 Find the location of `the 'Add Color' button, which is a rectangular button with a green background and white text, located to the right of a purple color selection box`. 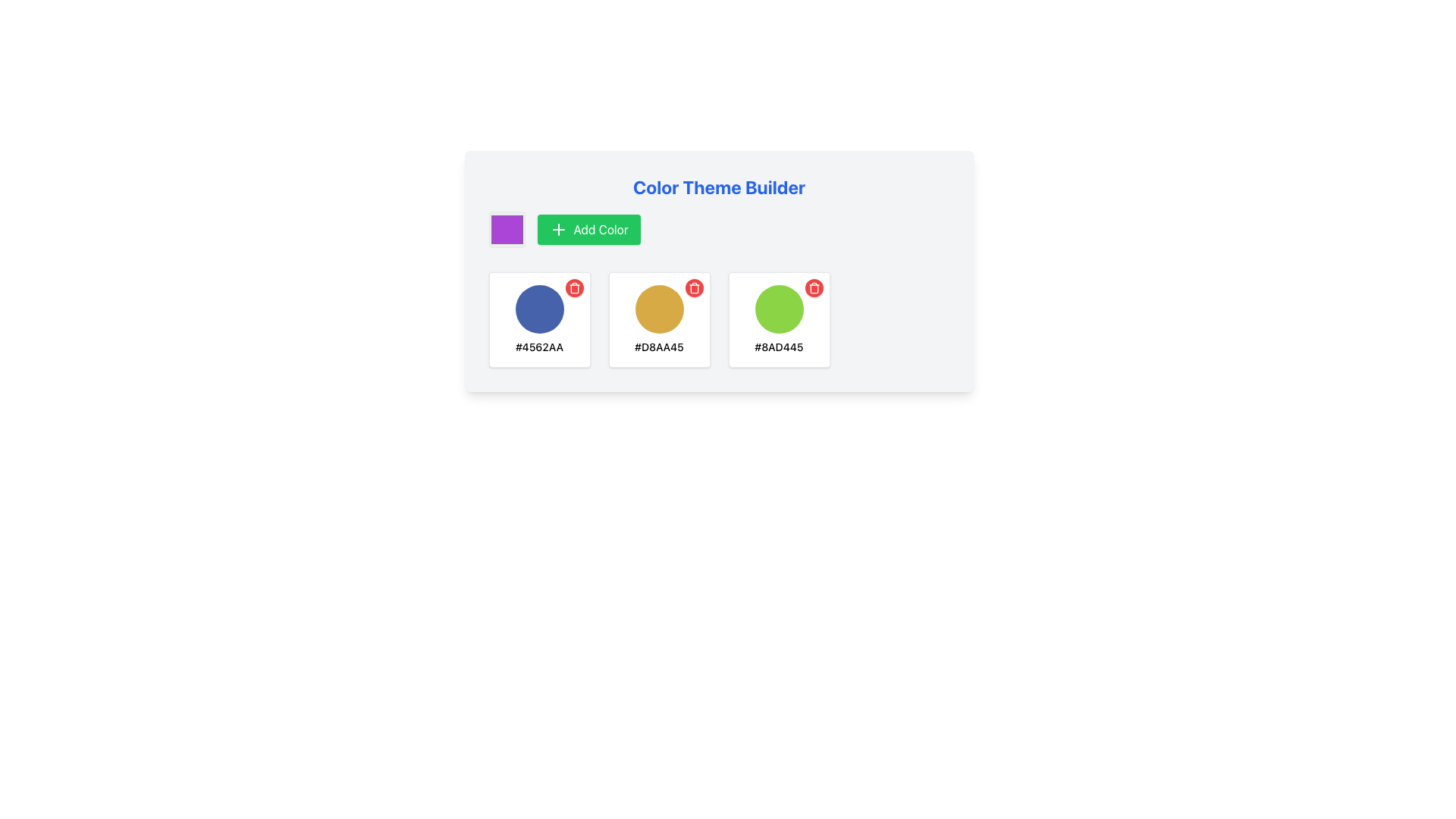

the 'Add Color' button, which is a rectangular button with a green background and white text, located to the right of a purple color selection box is located at coordinates (588, 230).